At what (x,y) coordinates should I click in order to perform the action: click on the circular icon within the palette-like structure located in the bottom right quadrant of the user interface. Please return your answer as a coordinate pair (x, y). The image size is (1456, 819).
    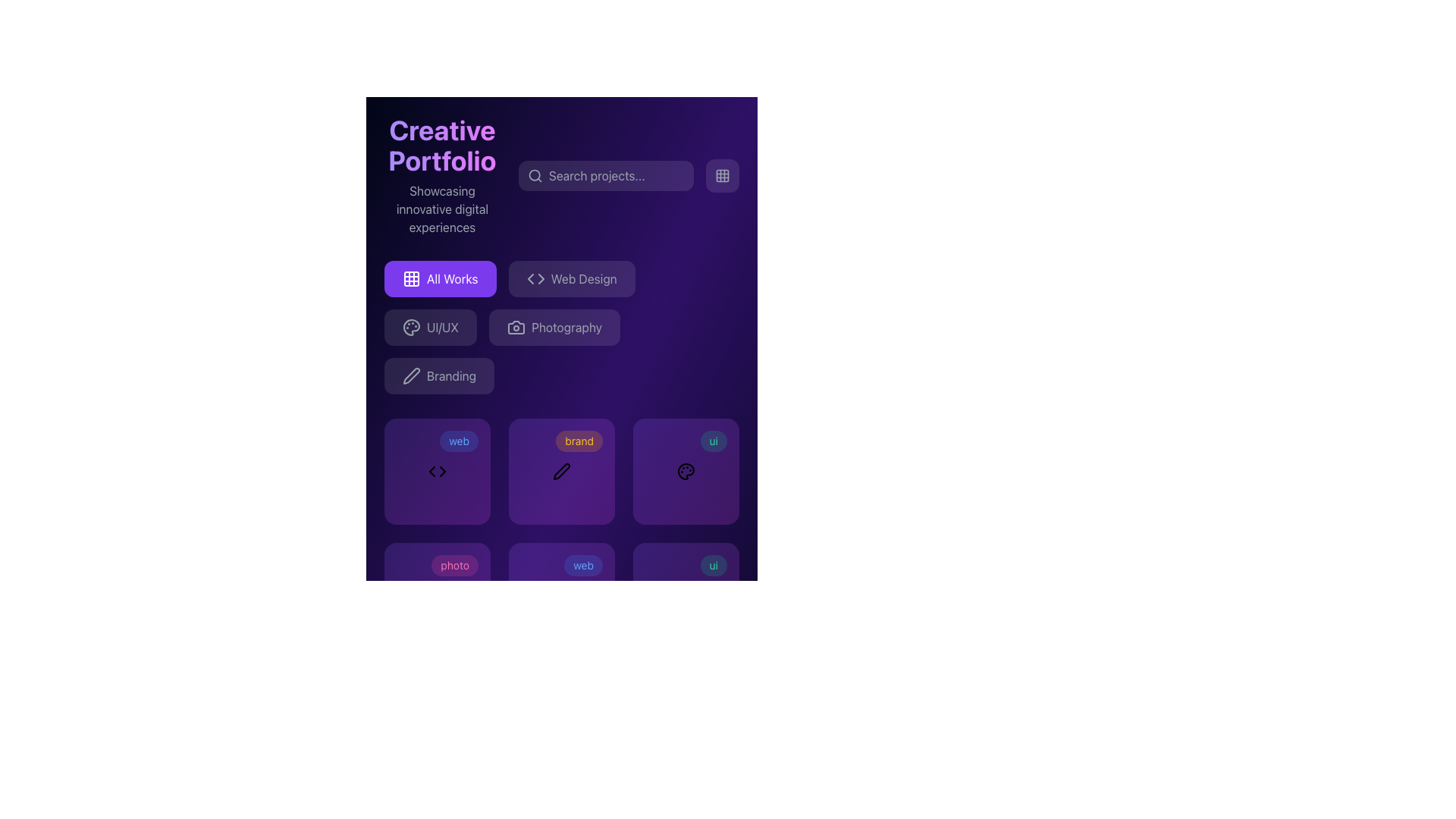
    Looking at the image, I should click on (686, 470).